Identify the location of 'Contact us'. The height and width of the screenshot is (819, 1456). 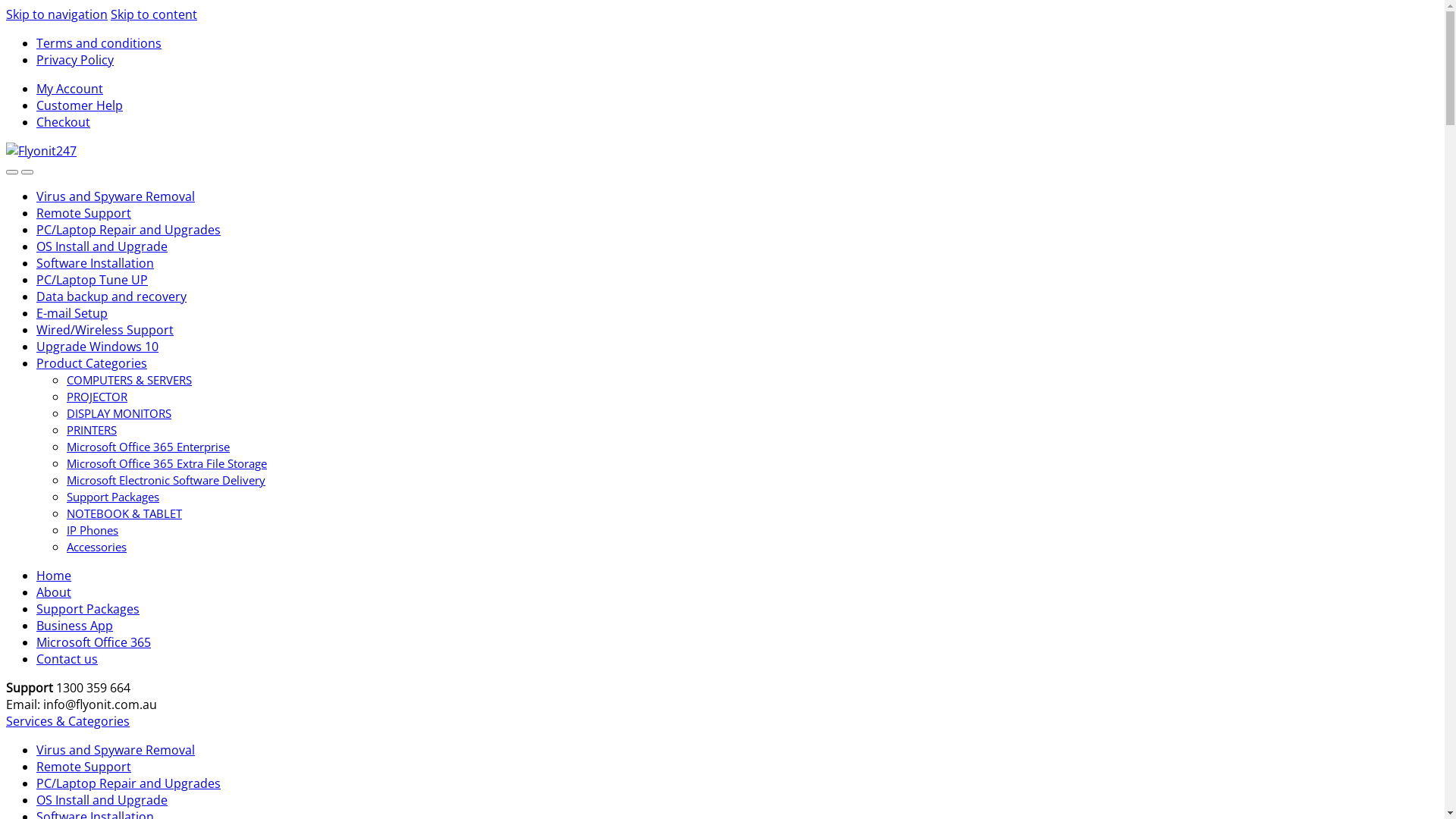
(36, 657).